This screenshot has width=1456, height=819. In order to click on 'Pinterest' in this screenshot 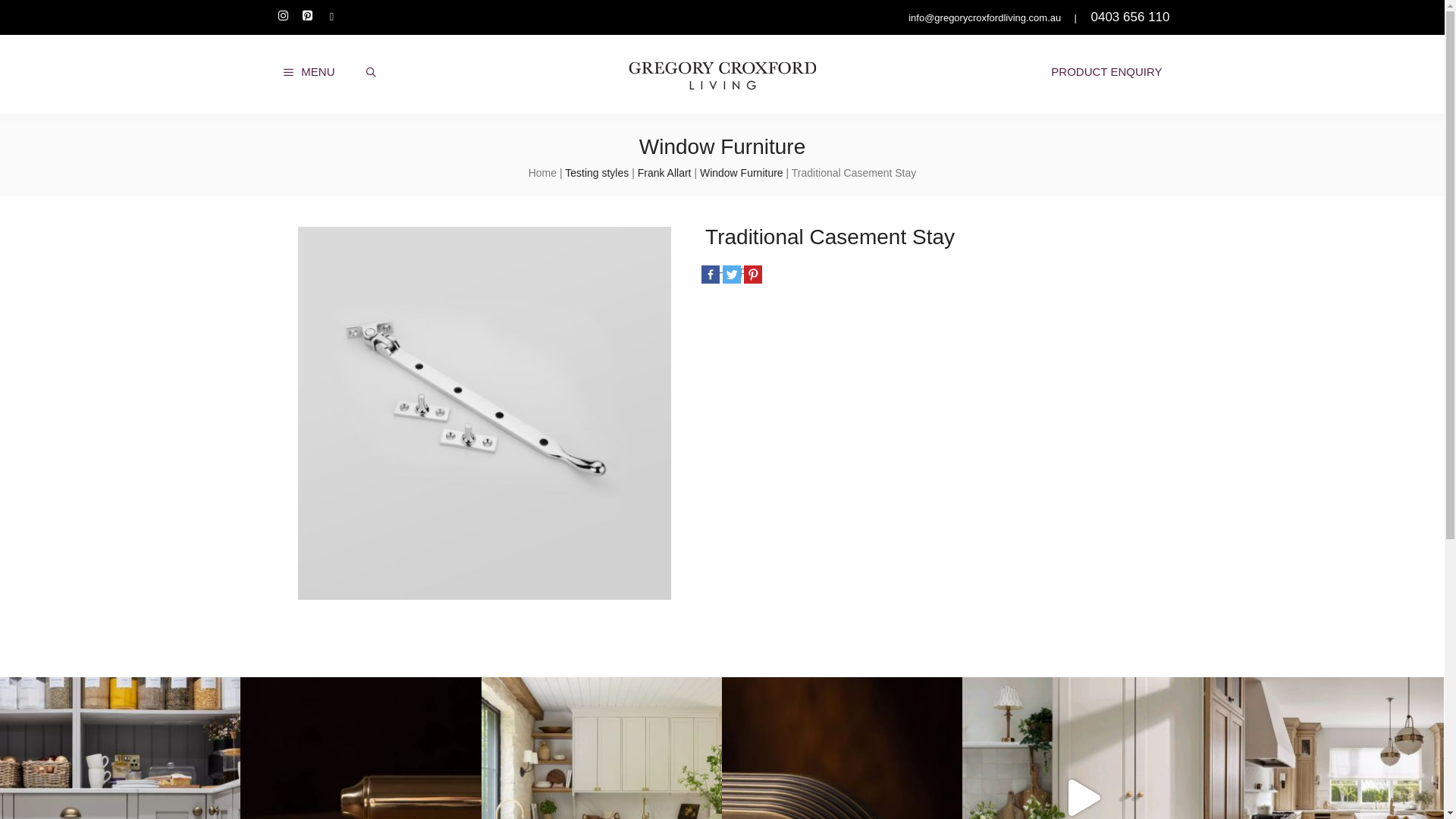, I will do `click(753, 275)`.